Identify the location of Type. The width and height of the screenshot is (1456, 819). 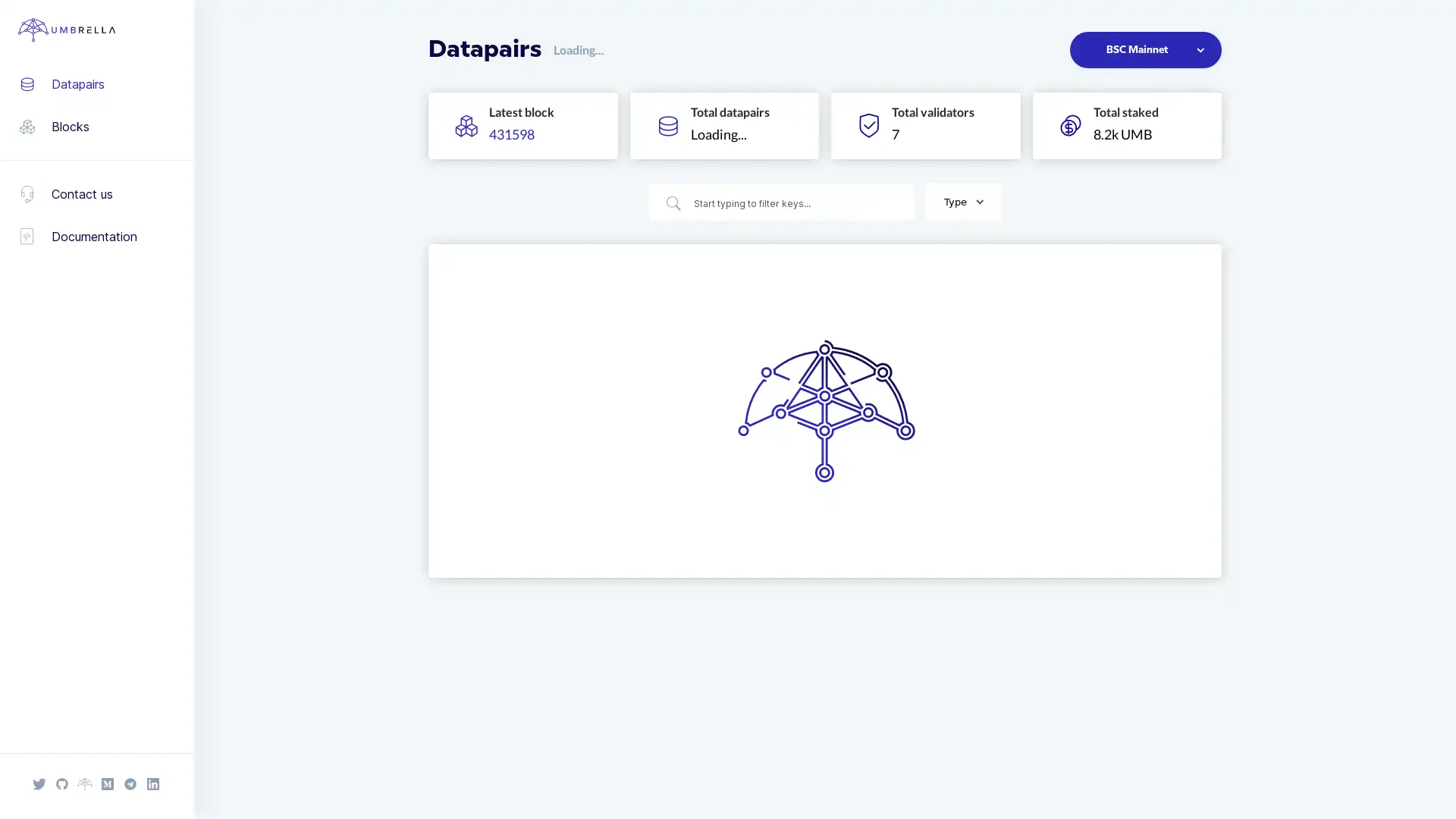
(963, 201).